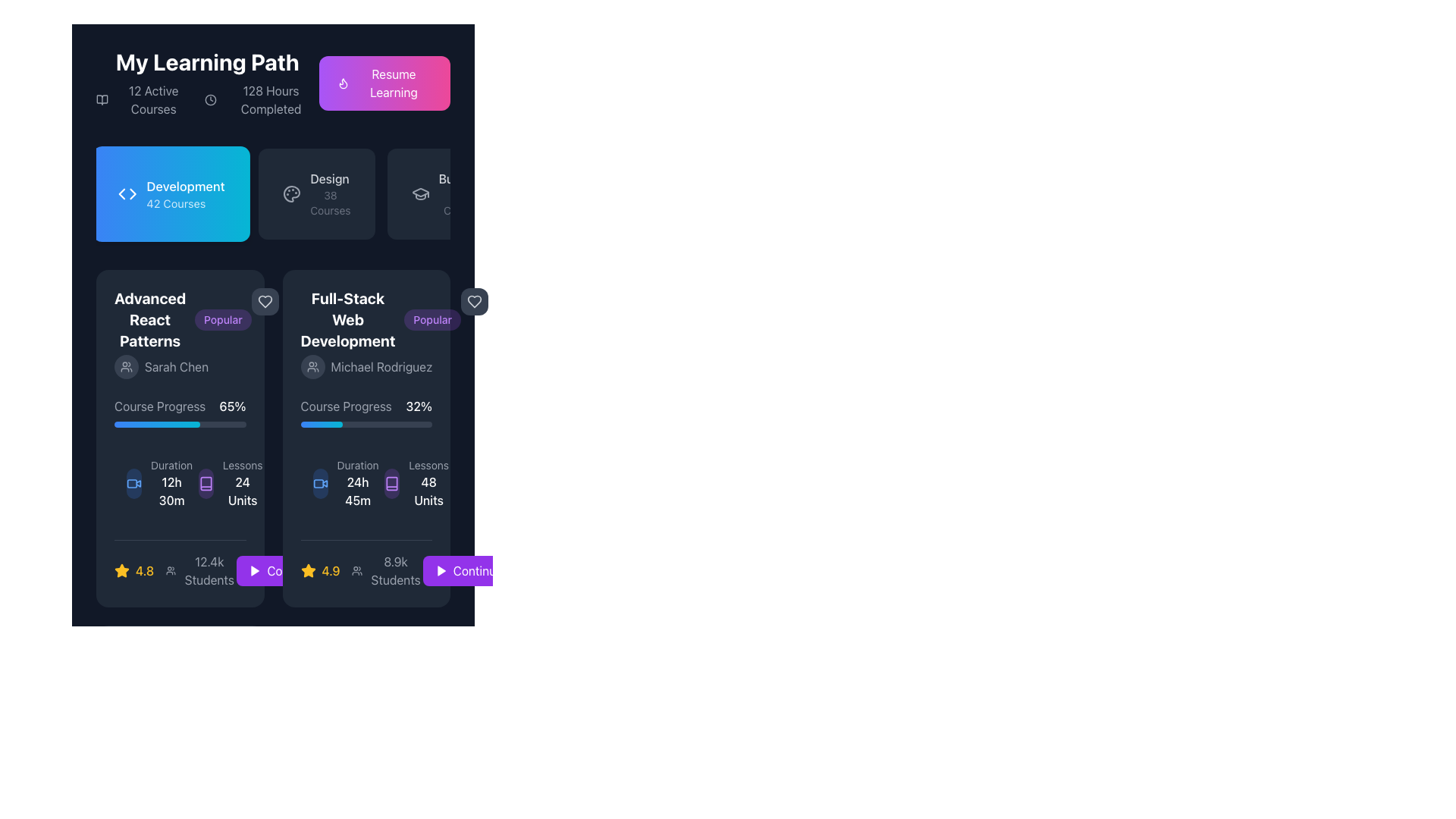  Describe the element at coordinates (449, 193) in the screenshot. I see `the 'Business' related courses button, which is the third option in a horizontal series of buttons` at that location.